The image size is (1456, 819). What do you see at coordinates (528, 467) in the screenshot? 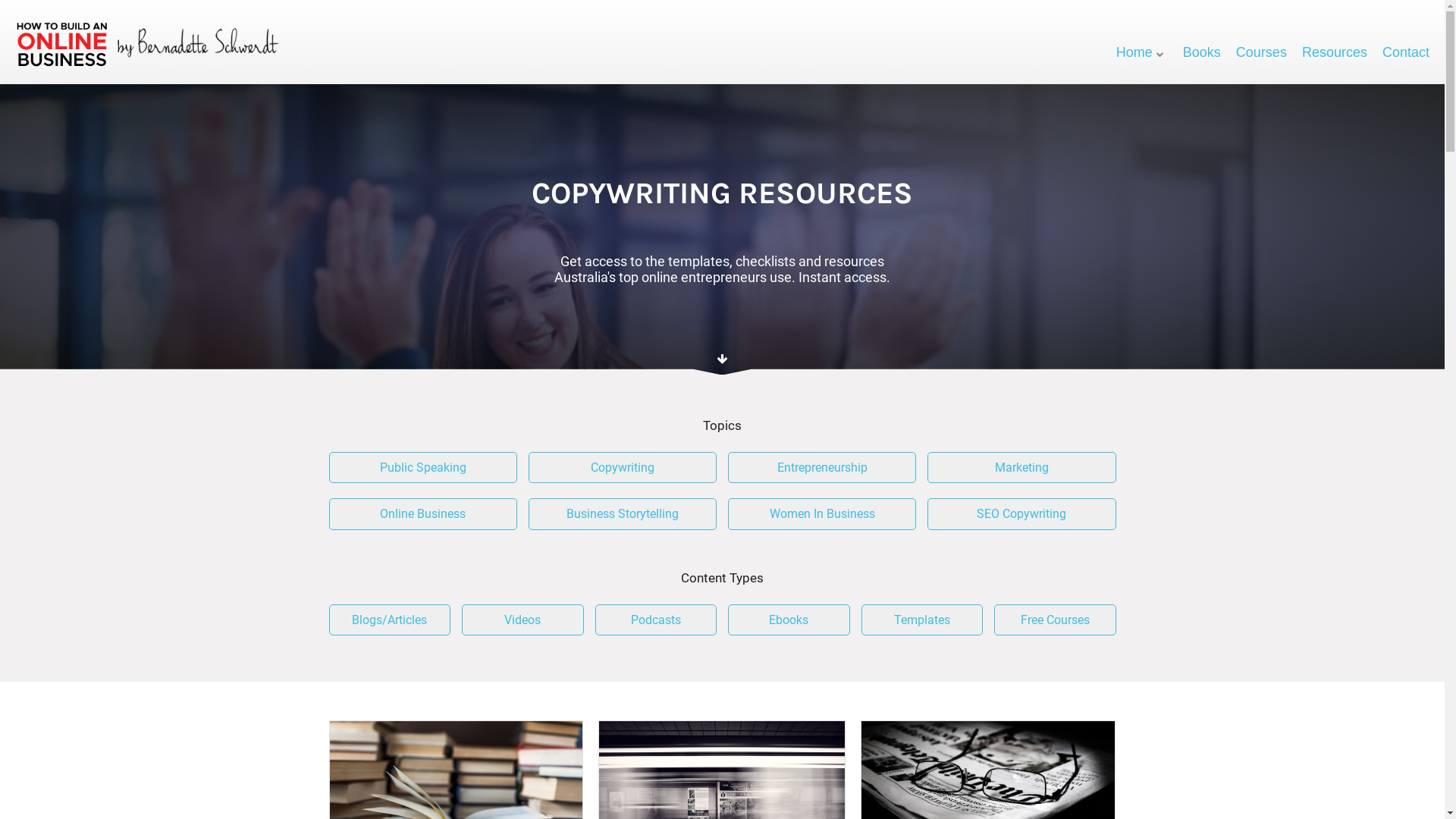
I see `'Copywriting'` at bounding box center [528, 467].